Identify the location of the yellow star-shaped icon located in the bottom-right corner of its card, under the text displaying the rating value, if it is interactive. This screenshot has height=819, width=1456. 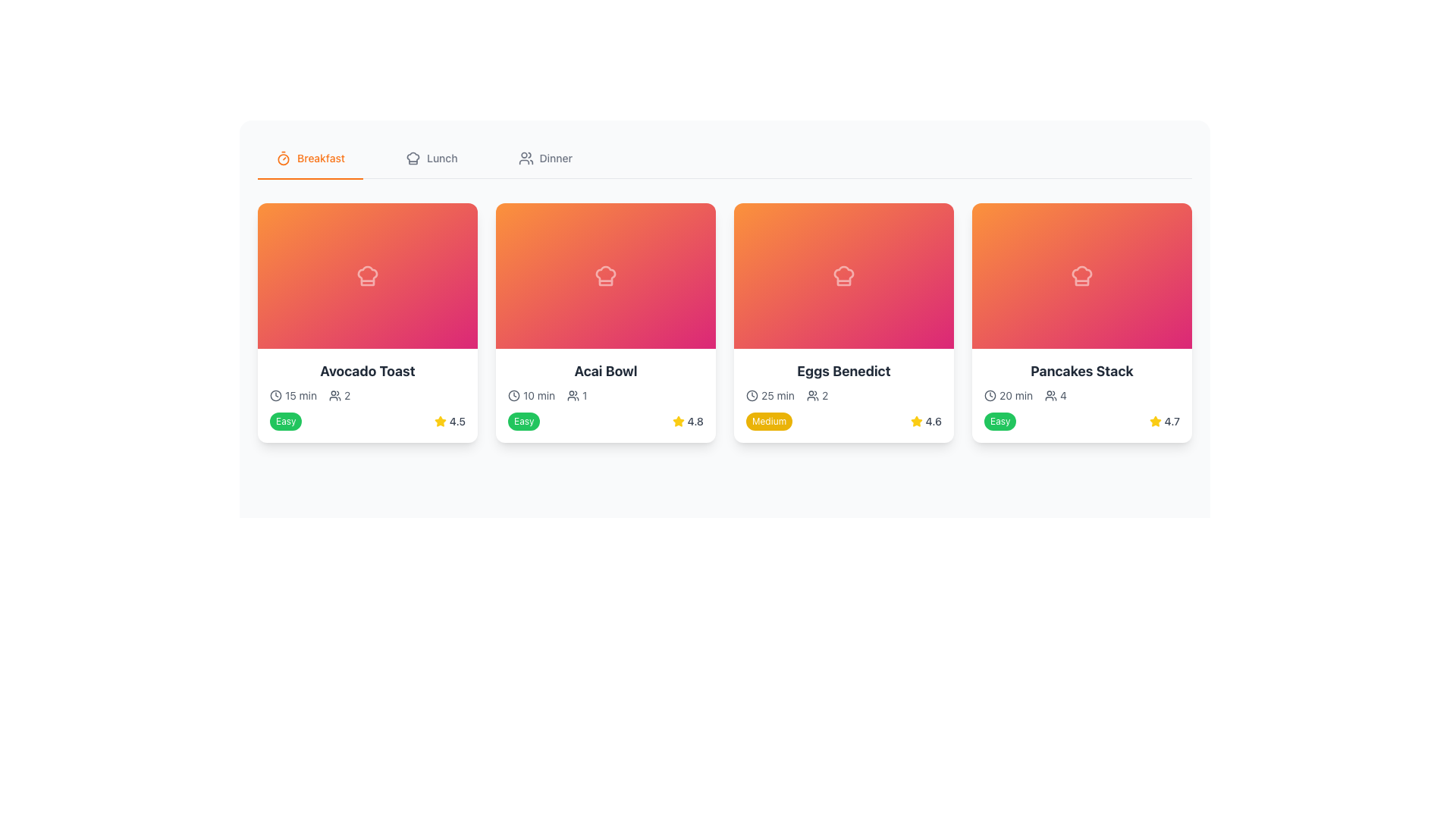
(915, 421).